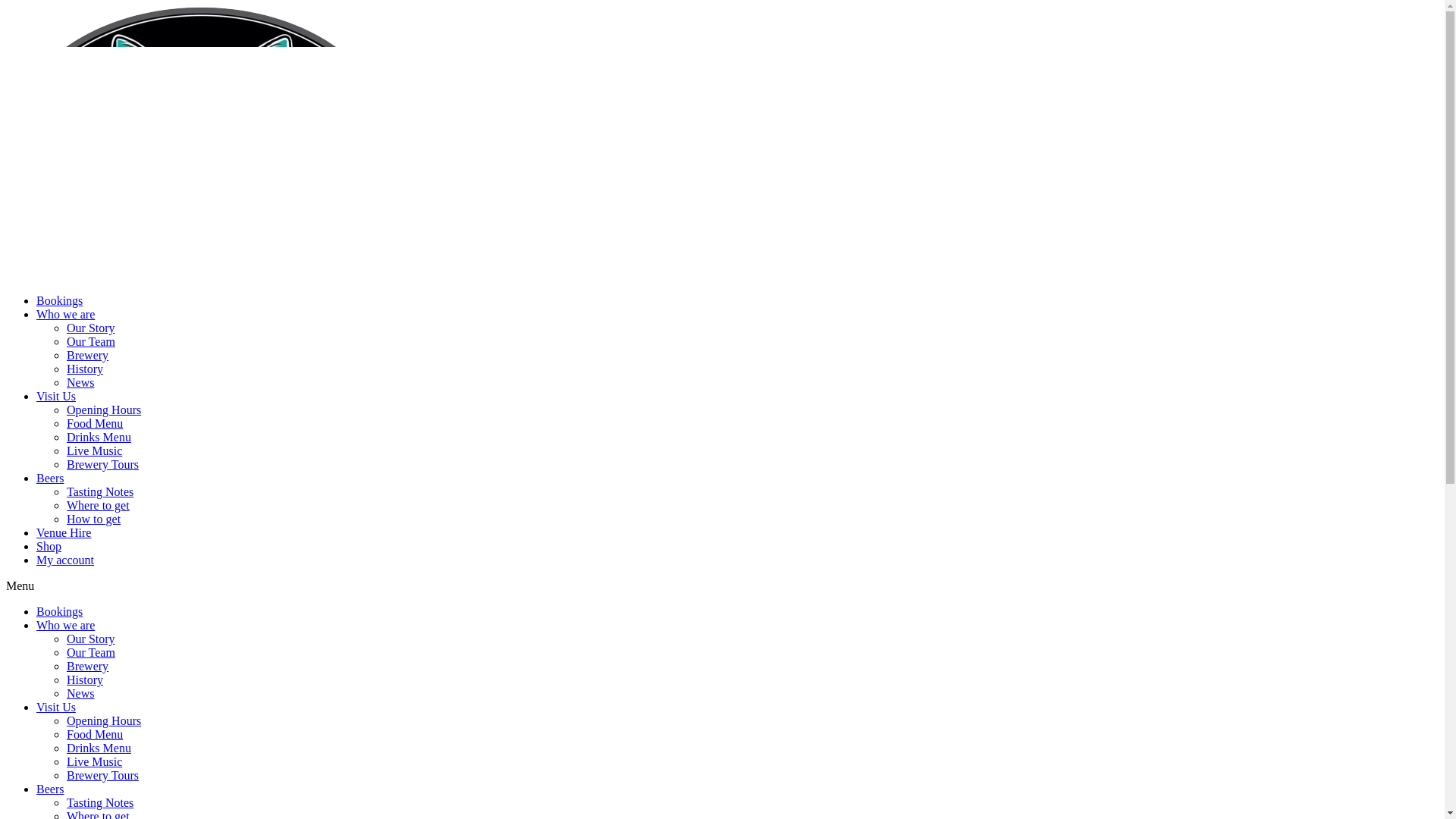 Image resolution: width=1456 pixels, height=819 pixels. What do you see at coordinates (93, 761) in the screenshot?
I see `'Live Music'` at bounding box center [93, 761].